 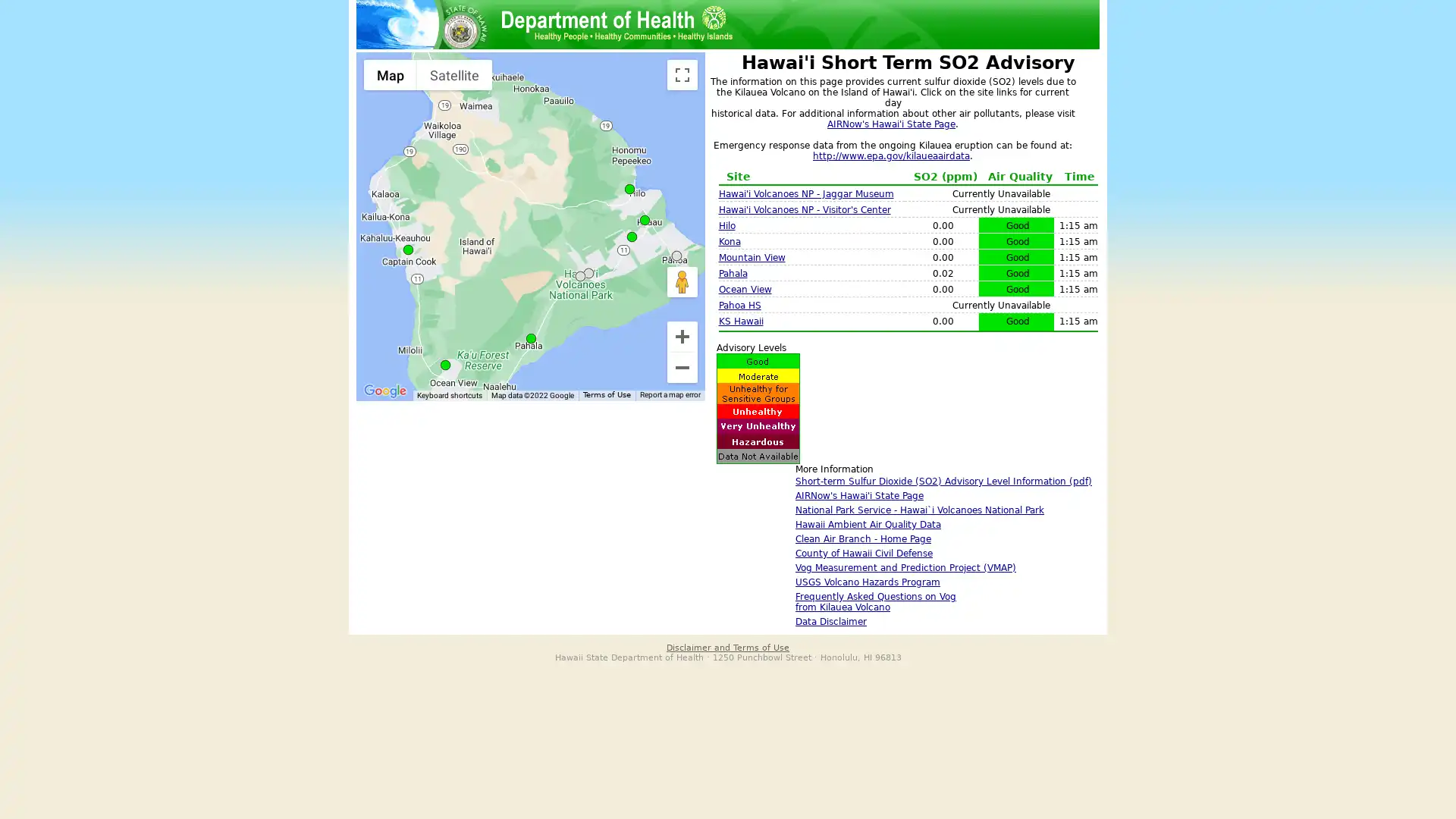 What do you see at coordinates (531, 337) in the screenshot?
I see `Pahala: SO2 0.02 ppm (Good) on 06/28 at 01:15 am` at bounding box center [531, 337].